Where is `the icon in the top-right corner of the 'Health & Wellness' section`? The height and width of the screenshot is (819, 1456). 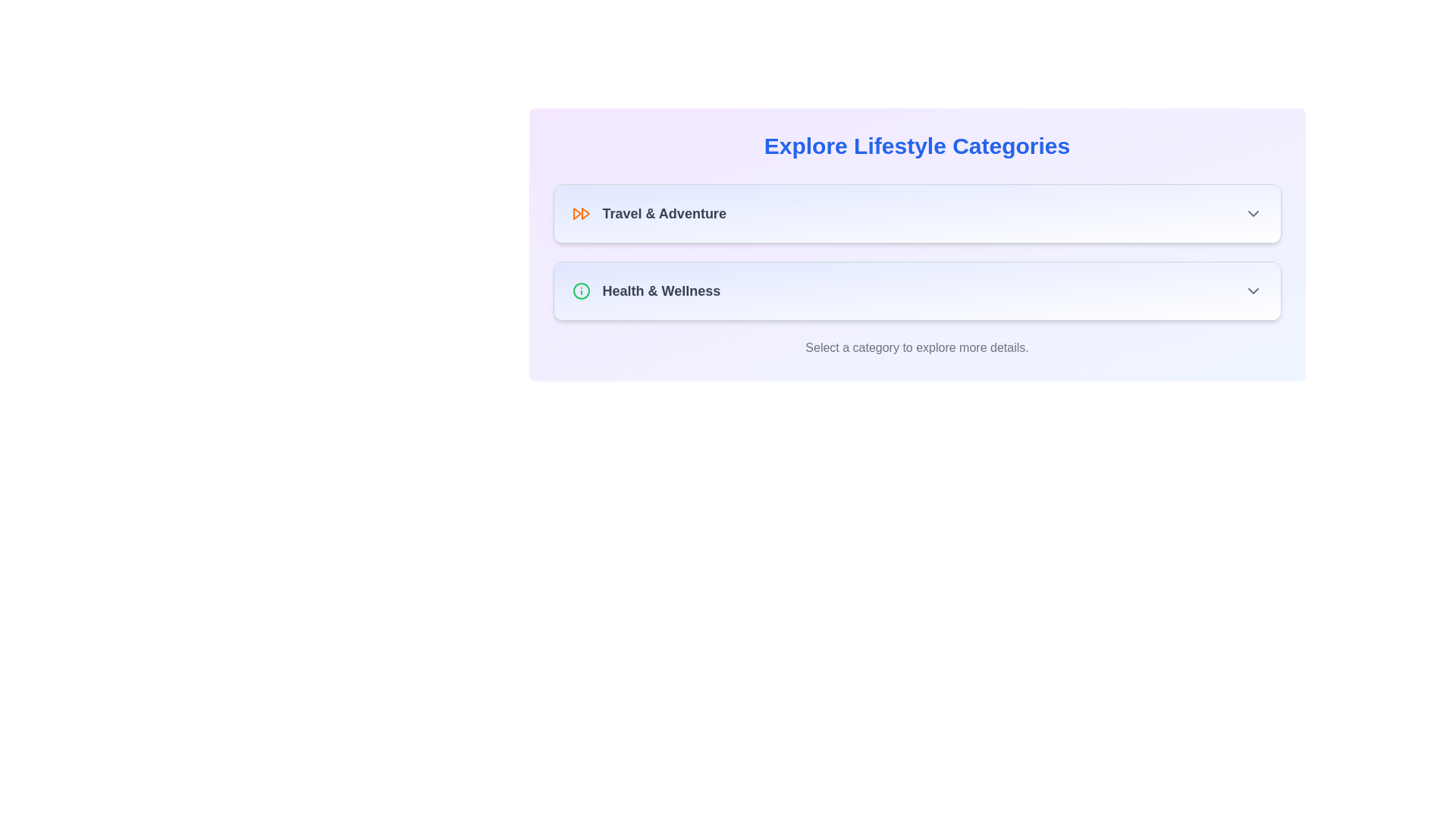
the icon in the top-right corner of the 'Health & Wellness' section is located at coordinates (1253, 291).